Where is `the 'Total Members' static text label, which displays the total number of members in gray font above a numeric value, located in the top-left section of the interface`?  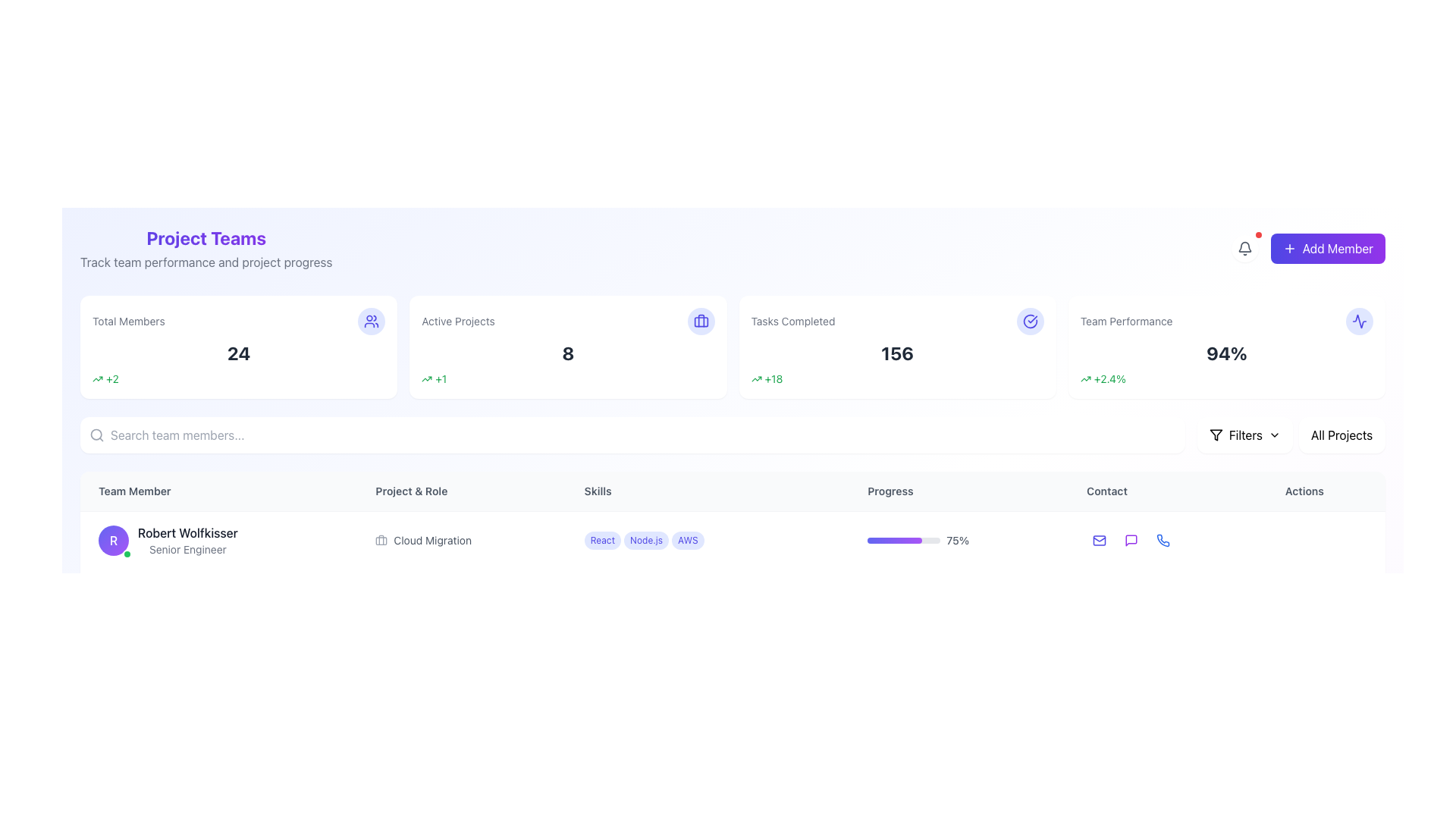 the 'Total Members' static text label, which displays the total number of members in gray font above a numeric value, located in the top-left section of the interface is located at coordinates (128, 321).